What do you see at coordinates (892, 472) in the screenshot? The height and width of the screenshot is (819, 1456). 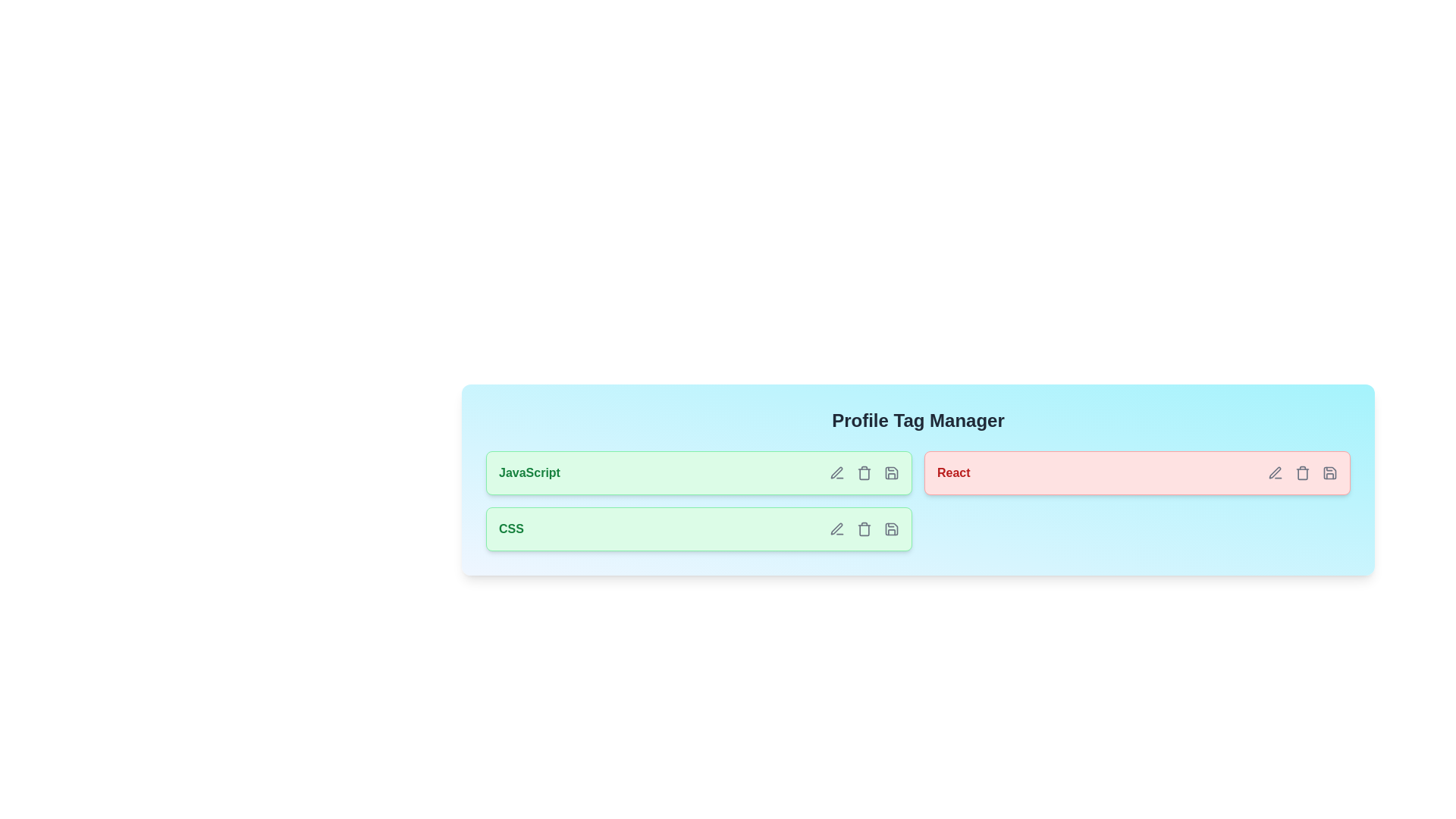 I see `save icon for the tag labeled JavaScript` at bounding box center [892, 472].